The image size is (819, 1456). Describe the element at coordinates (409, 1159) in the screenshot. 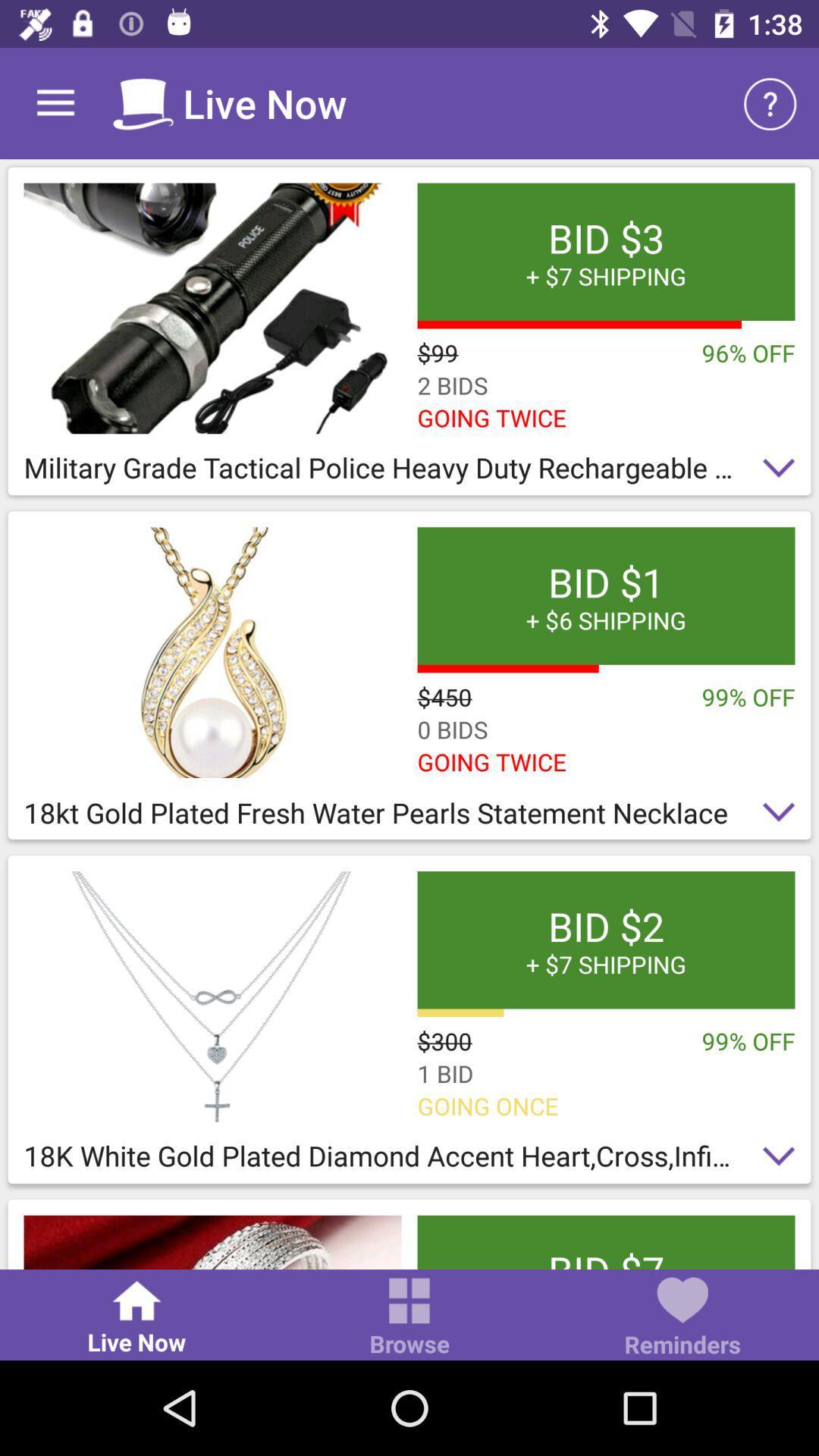

I see `the 18k white gold item` at that location.